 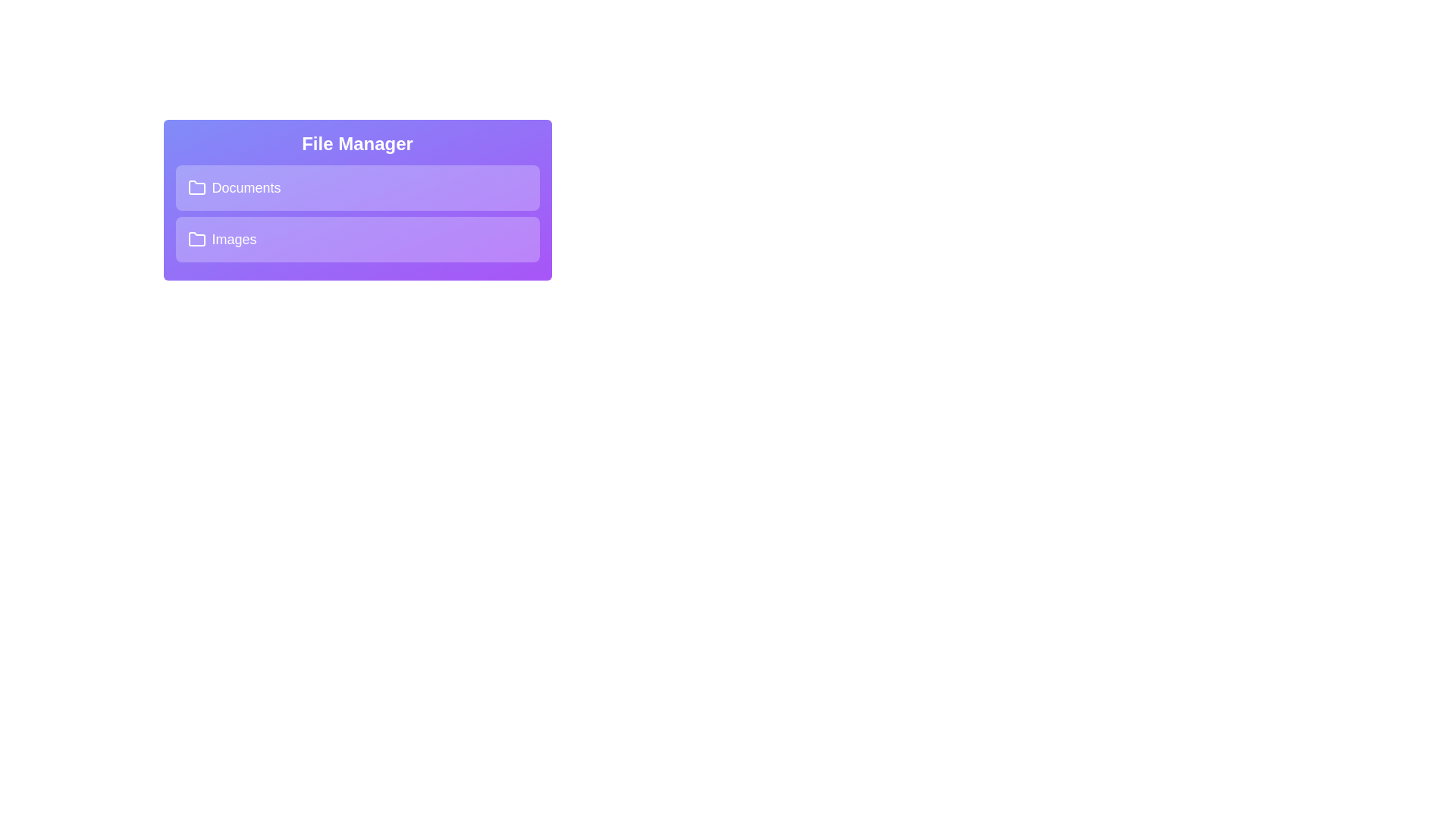 What do you see at coordinates (356, 239) in the screenshot?
I see `the folder name Images to display additional information` at bounding box center [356, 239].